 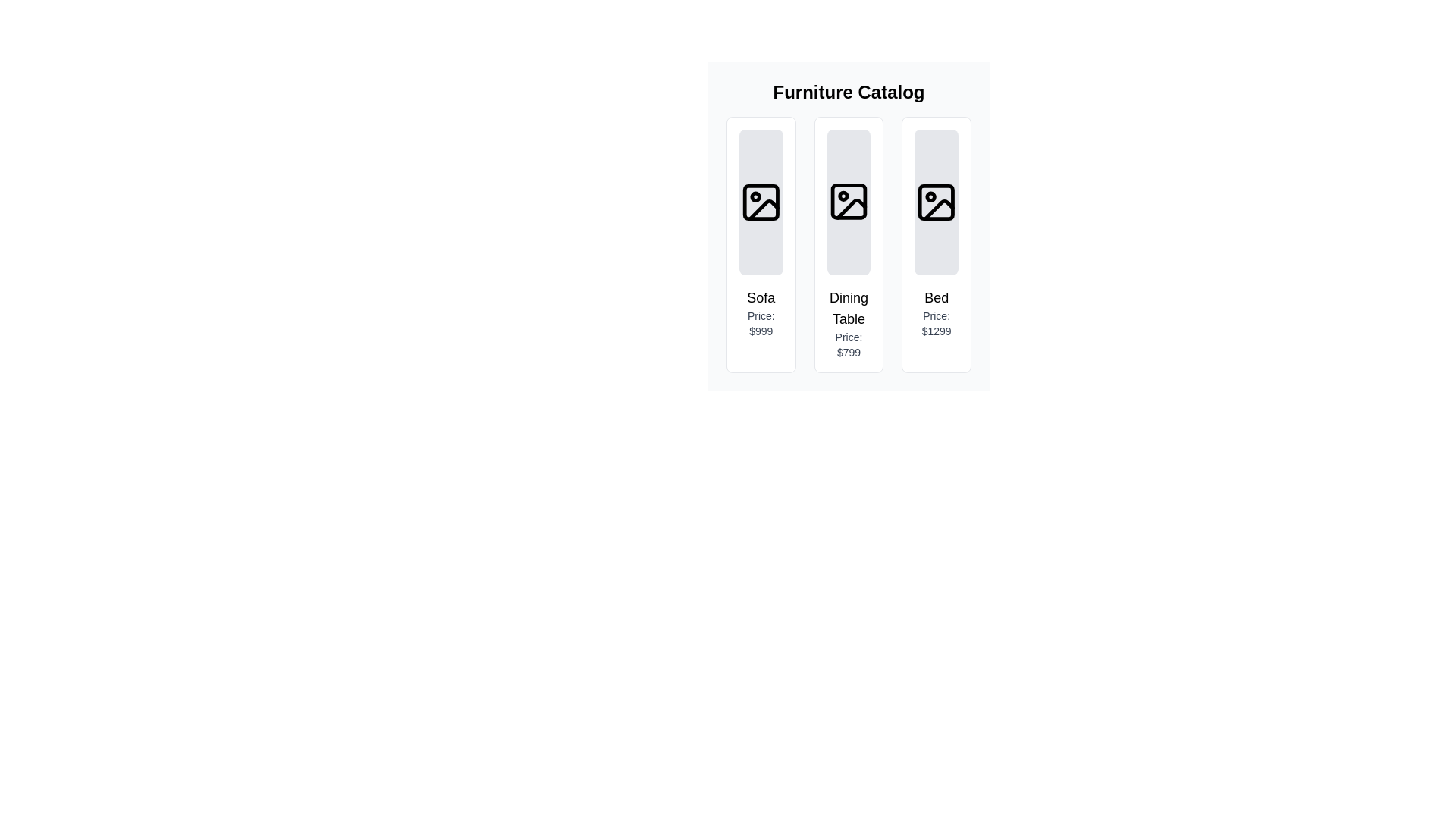 What do you see at coordinates (843, 196) in the screenshot?
I see `the decorative graphical circle located in the middle tile of the 'Dining Table: $799' card within the 'Furniture Catalog' section` at bounding box center [843, 196].